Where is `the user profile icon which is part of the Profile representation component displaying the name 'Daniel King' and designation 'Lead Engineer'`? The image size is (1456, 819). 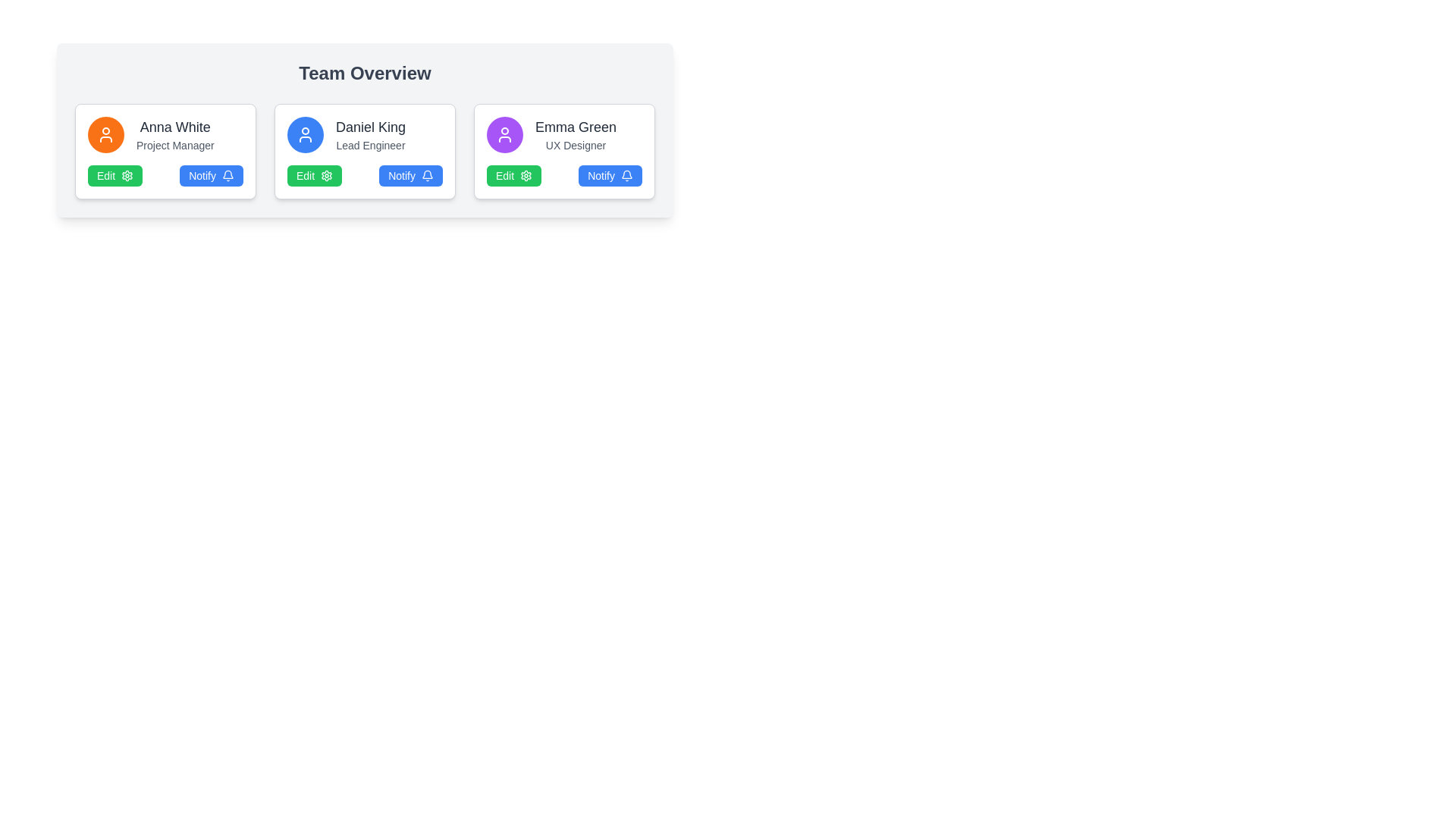 the user profile icon which is part of the Profile representation component displaying the name 'Daniel King' and designation 'Lead Engineer' is located at coordinates (365, 133).